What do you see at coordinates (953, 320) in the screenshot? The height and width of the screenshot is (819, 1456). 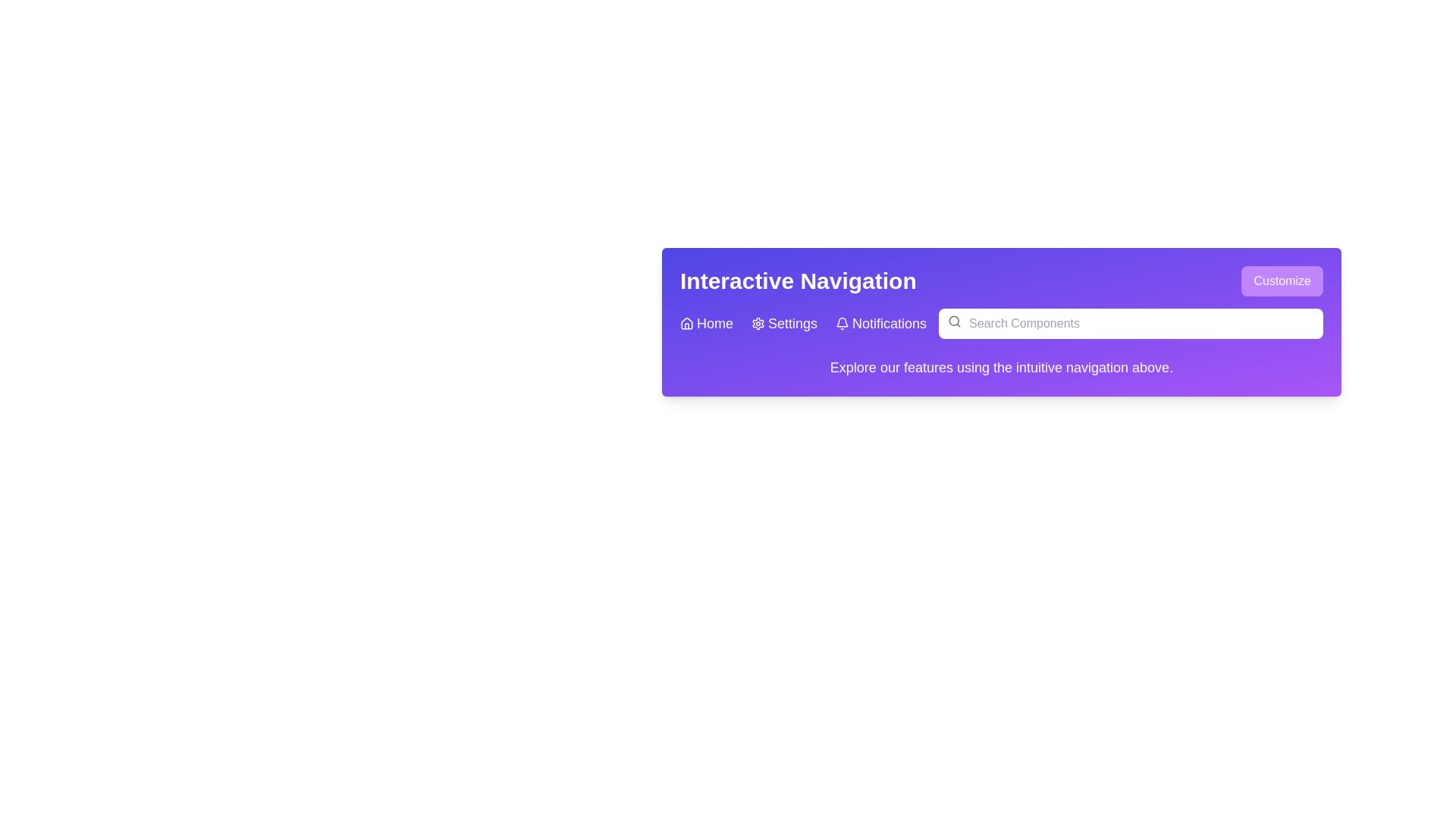 I see `the circular graphic element that is part of the search icon in the header bar, positioned to the right of the navigation buttons and adjacent to the search input field` at bounding box center [953, 320].